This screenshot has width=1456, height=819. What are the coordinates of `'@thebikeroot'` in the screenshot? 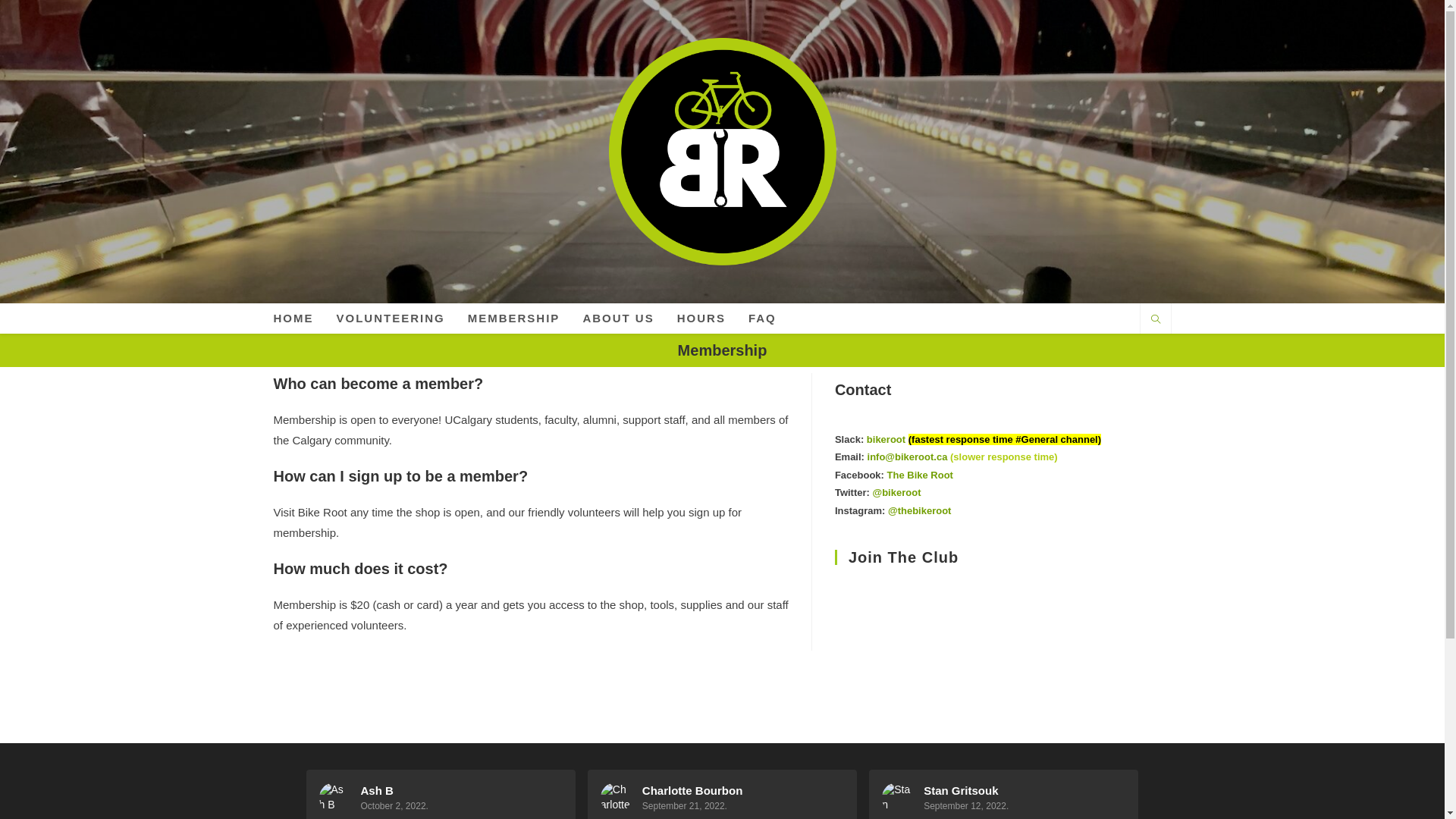 It's located at (918, 510).